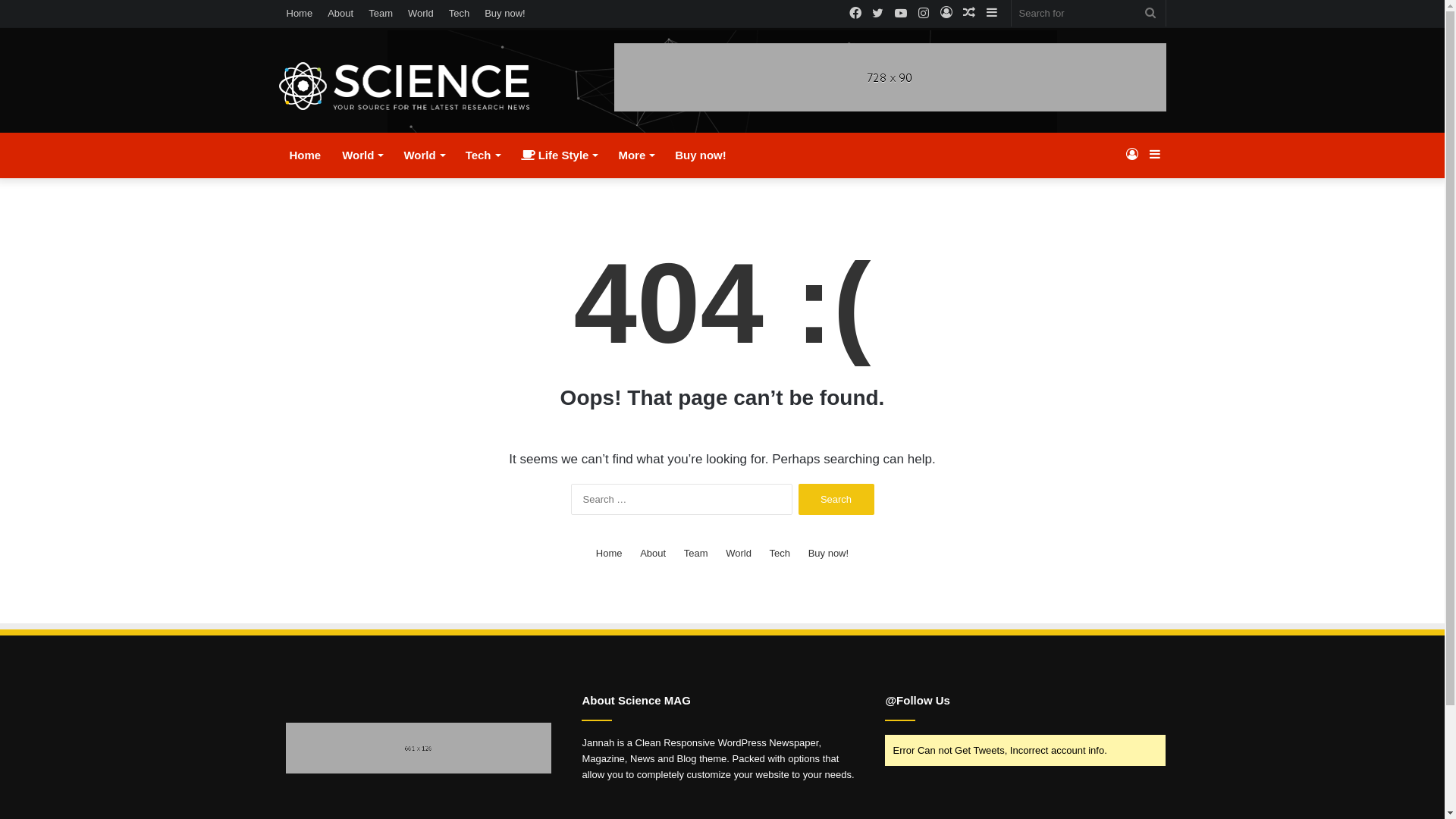 This screenshot has height=819, width=1456. What do you see at coordinates (843, 14) in the screenshot?
I see `'Facebook'` at bounding box center [843, 14].